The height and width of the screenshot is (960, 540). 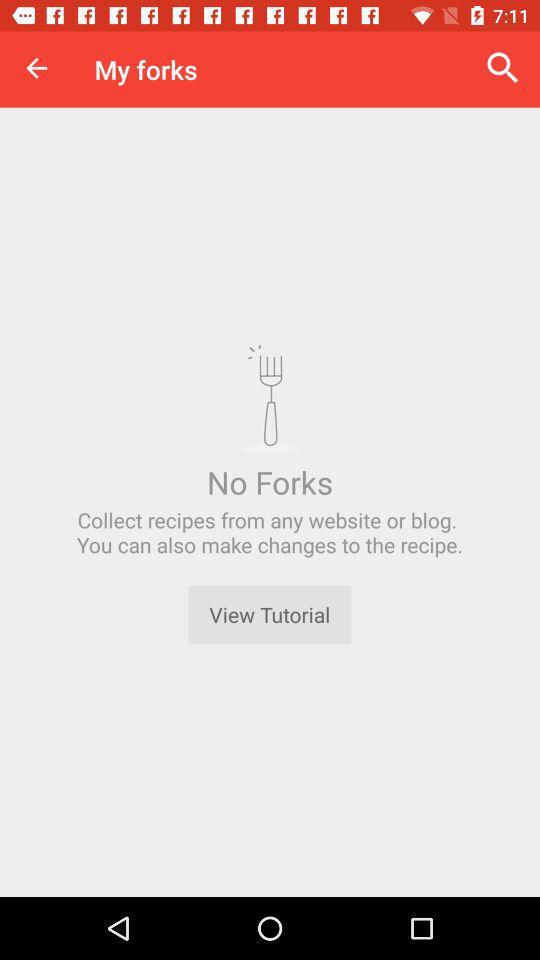 I want to click on item at the top right corner, so click(x=502, y=68).